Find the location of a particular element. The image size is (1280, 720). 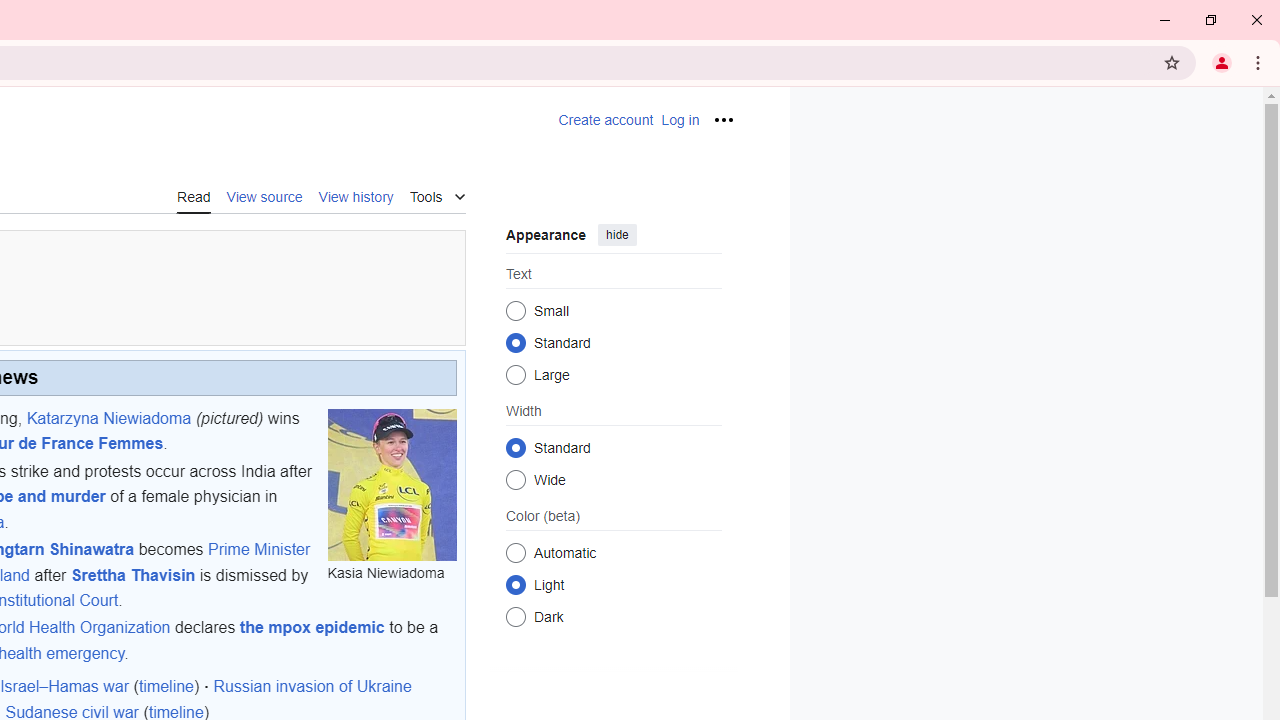

'Srettha Thavisin' is located at coordinates (132, 574).